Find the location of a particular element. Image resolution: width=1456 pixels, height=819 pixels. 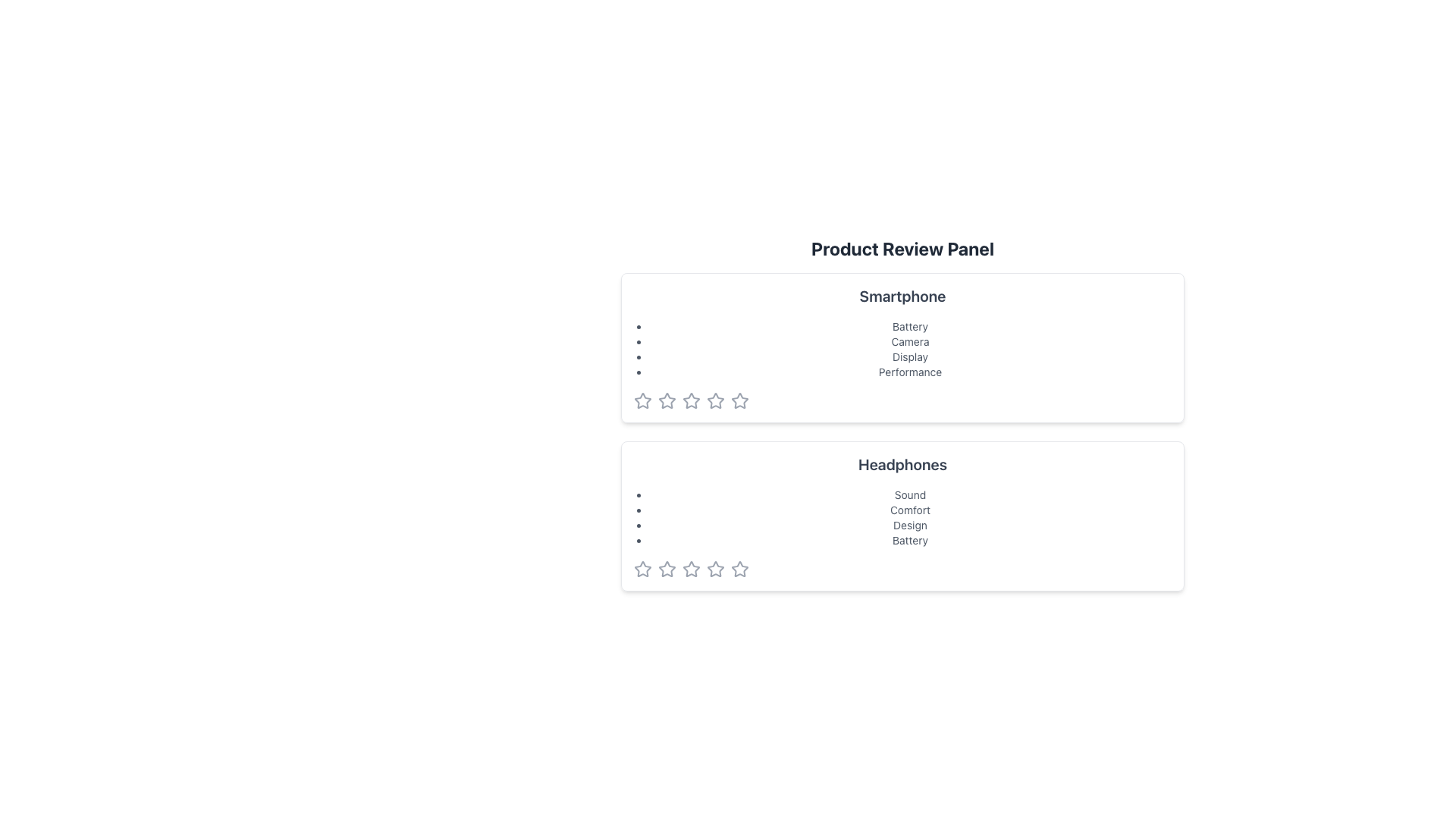

text items from the vertical list titled 'Smartphone', which includes 'Battery', 'Camera', 'Display', and 'Performance' is located at coordinates (902, 350).